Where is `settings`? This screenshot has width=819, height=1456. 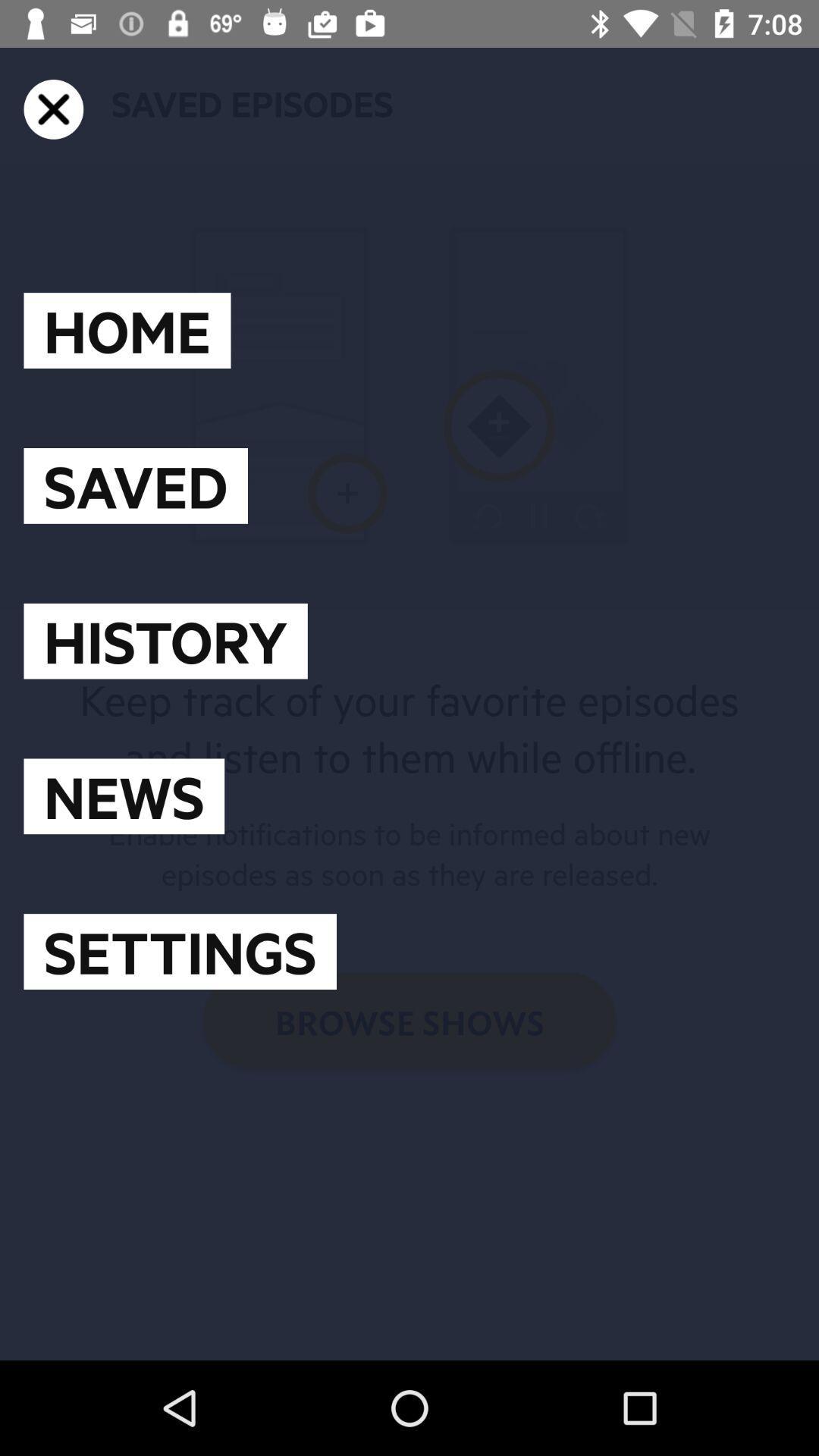 settings is located at coordinates (179, 951).